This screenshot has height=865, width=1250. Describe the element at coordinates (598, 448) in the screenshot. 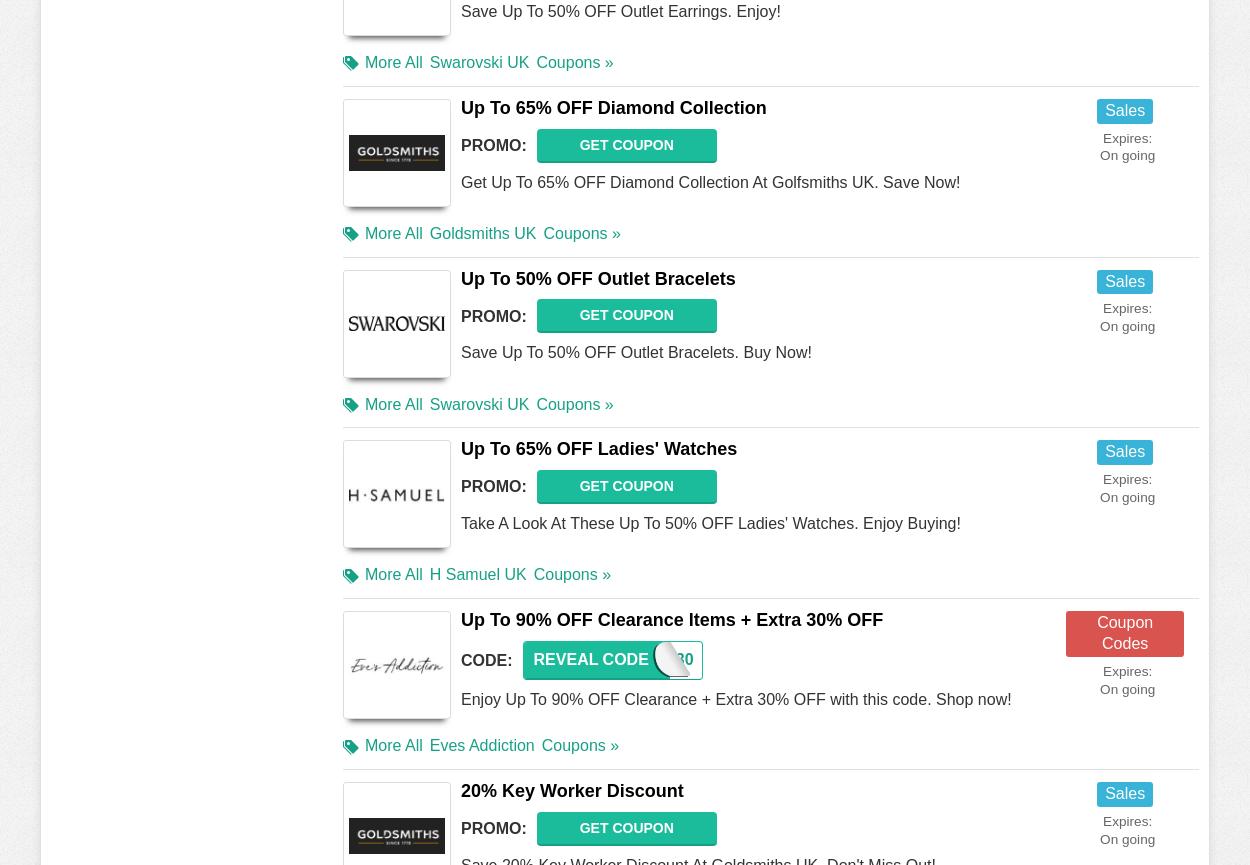

I see `'Up To 65% OFF Ladies' Watches'` at that location.